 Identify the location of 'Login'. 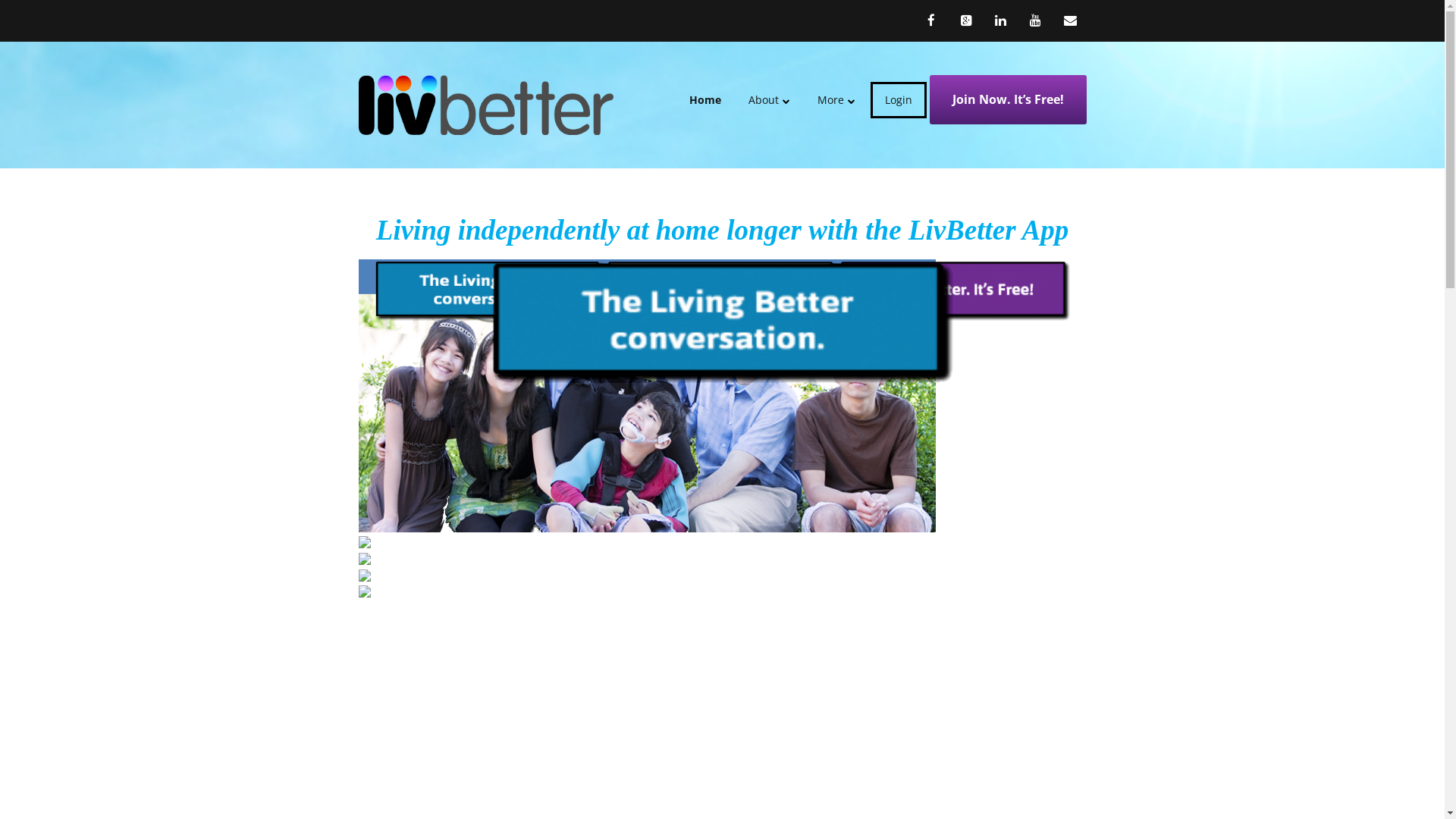
(899, 99).